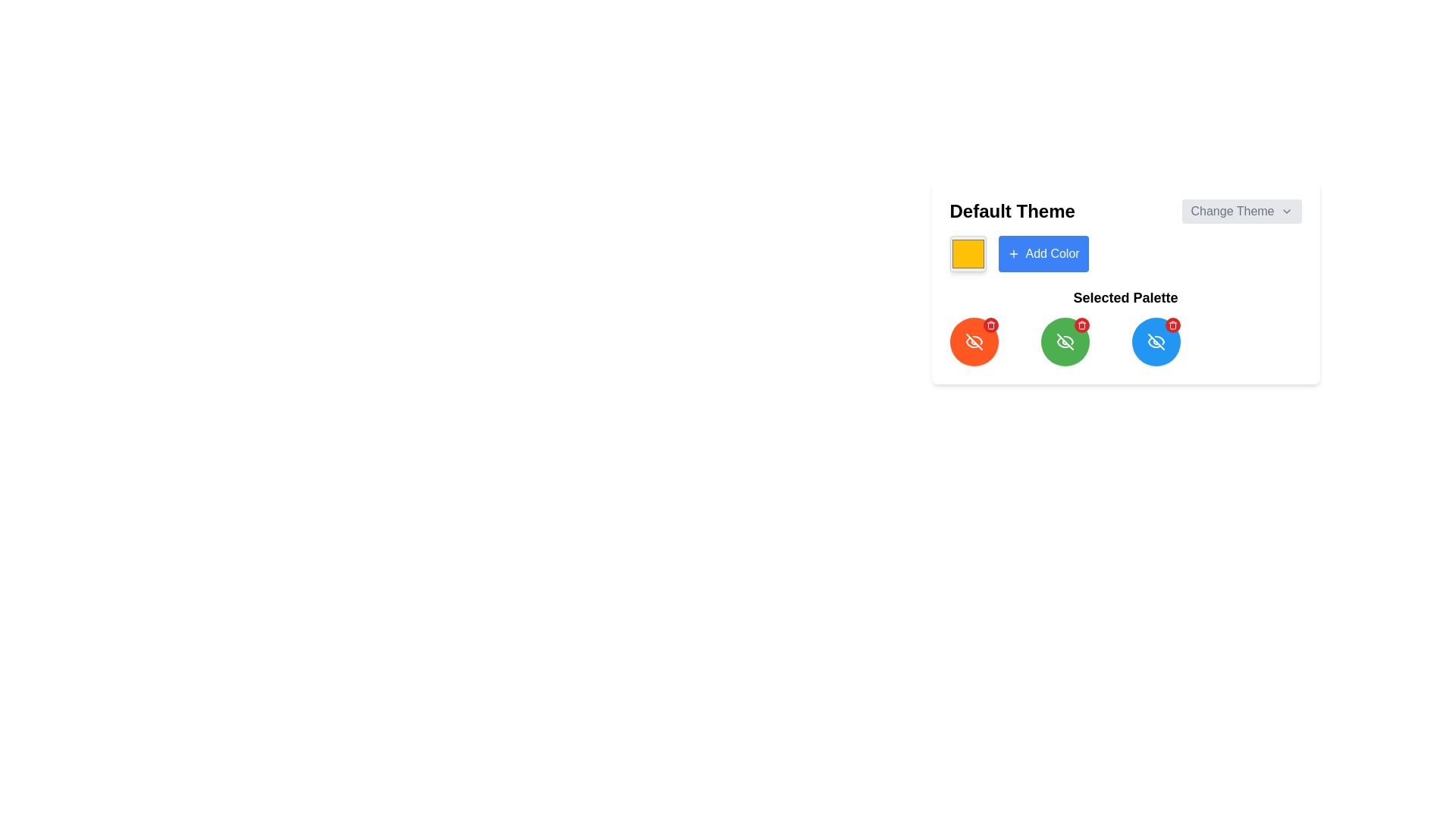 Image resolution: width=1456 pixels, height=819 pixels. I want to click on the delete button located at the top-right corner of the blue circular icon in the 'Selected Palette' section to enable keyboard actions, so click(1172, 324).